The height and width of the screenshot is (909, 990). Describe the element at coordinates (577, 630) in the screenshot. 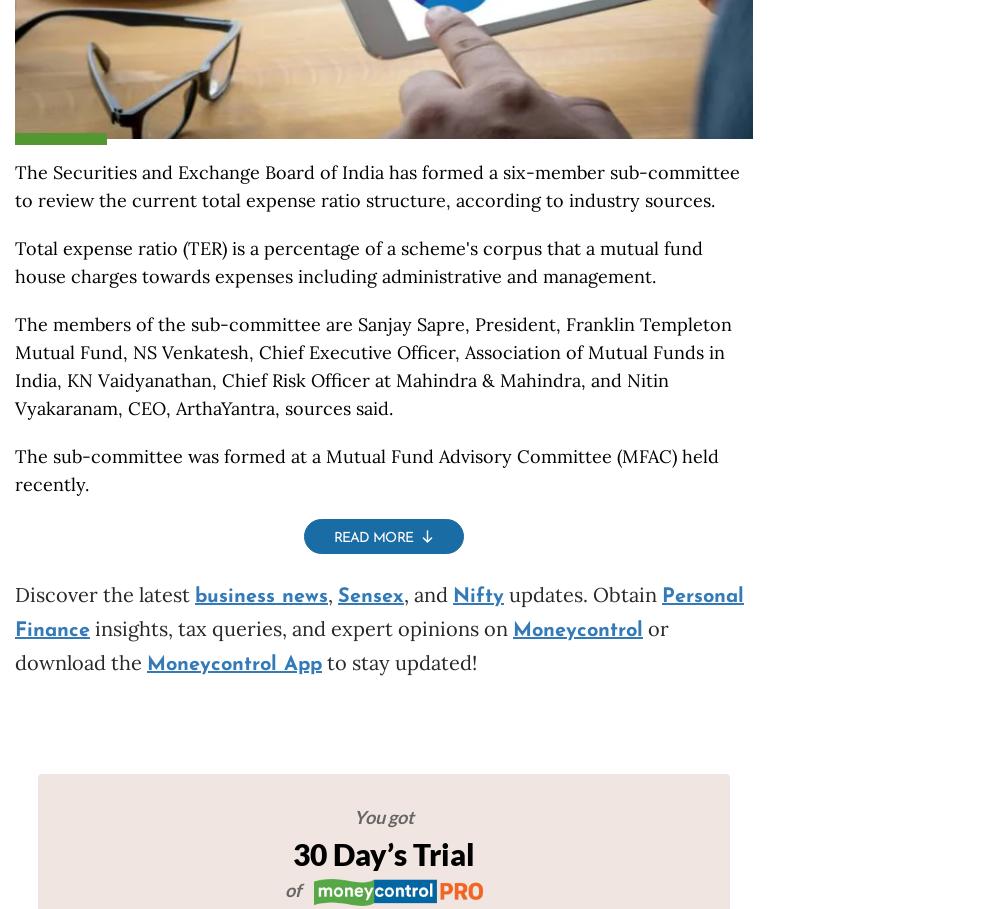

I see `'Moneycontrol'` at that location.